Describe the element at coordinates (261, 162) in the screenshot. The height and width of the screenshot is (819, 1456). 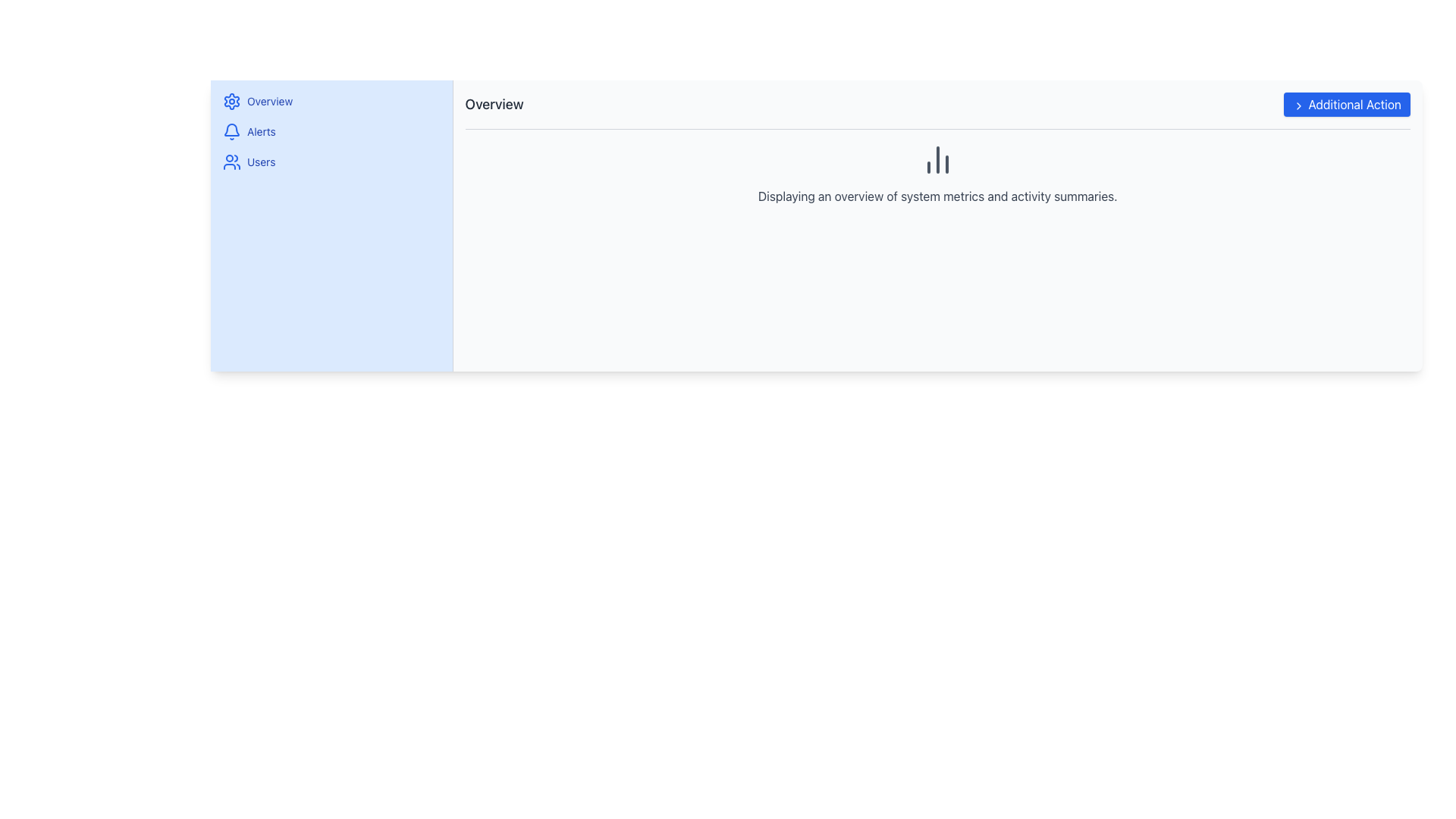
I see `the 'Users' text label in the left-hand sidebar menu` at that location.